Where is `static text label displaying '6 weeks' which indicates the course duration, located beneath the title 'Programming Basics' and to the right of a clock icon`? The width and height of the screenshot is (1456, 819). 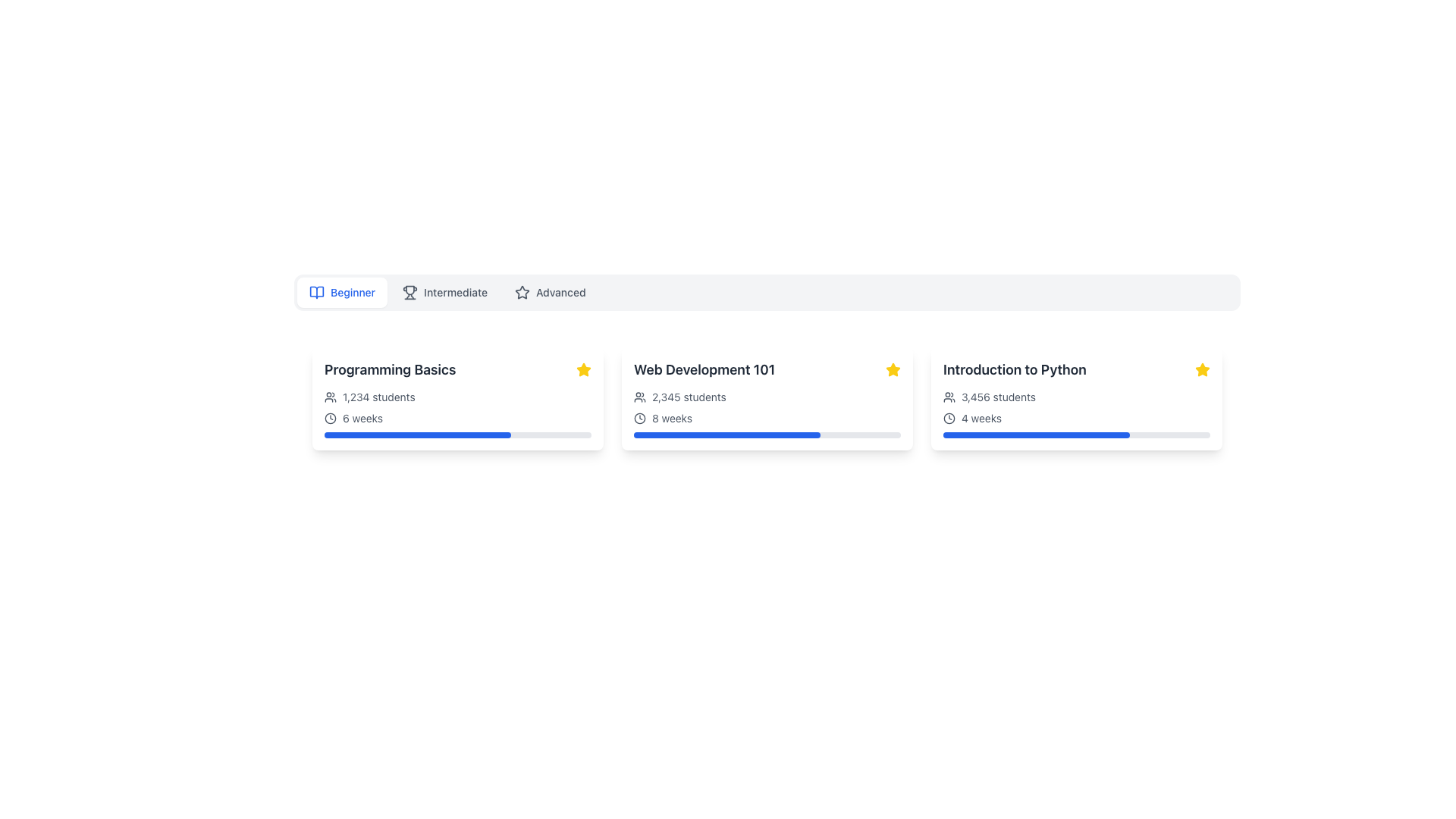
static text label displaying '6 weeks' which indicates the course duration, located beneath the title 'Programming Basics' and to the right of a clock icon is located at coordinates (362, 418).